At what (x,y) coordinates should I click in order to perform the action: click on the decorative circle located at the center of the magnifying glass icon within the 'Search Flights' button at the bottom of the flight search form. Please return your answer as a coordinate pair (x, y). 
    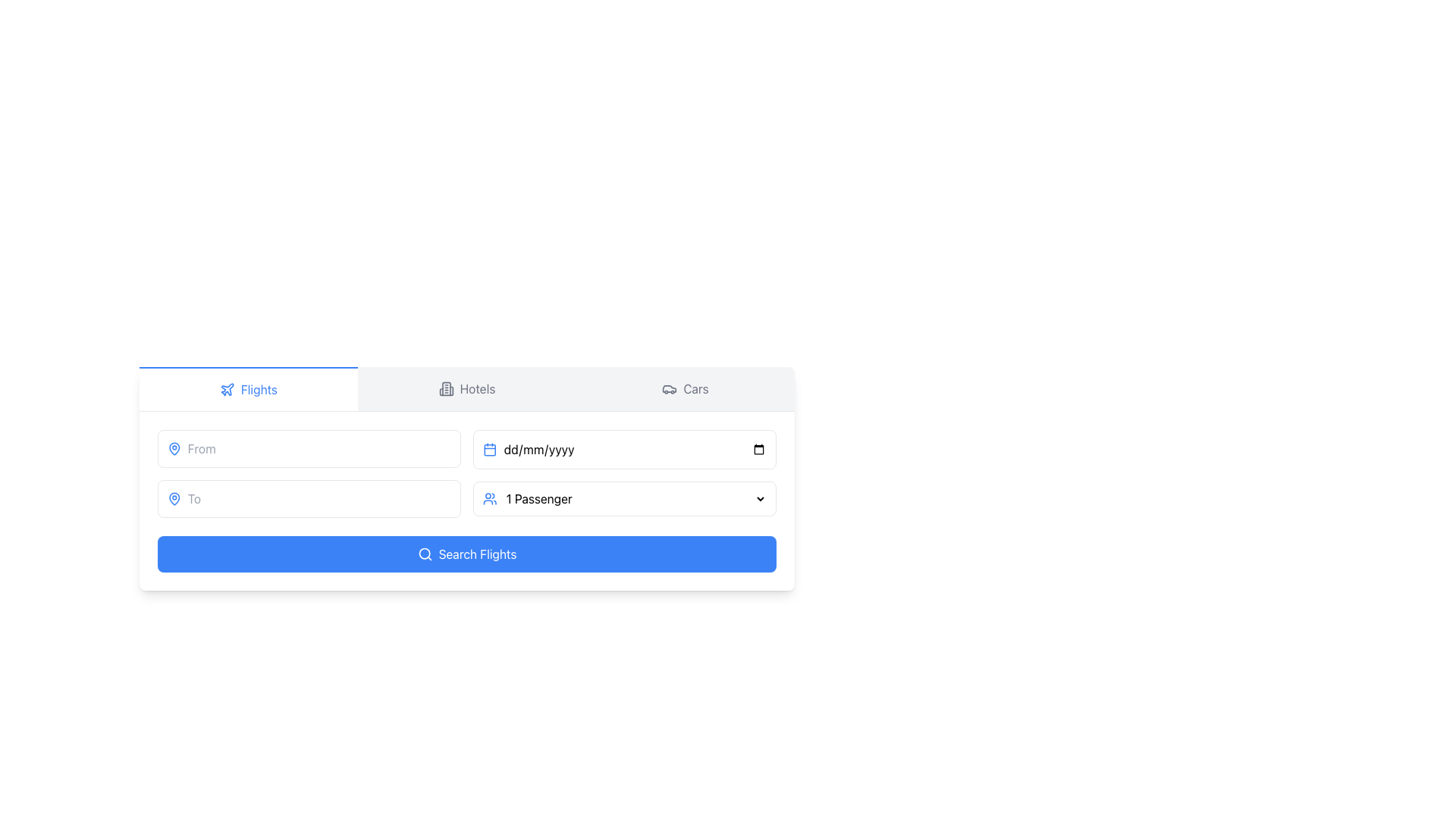
    Looking at the image, I should click on (424, 554).